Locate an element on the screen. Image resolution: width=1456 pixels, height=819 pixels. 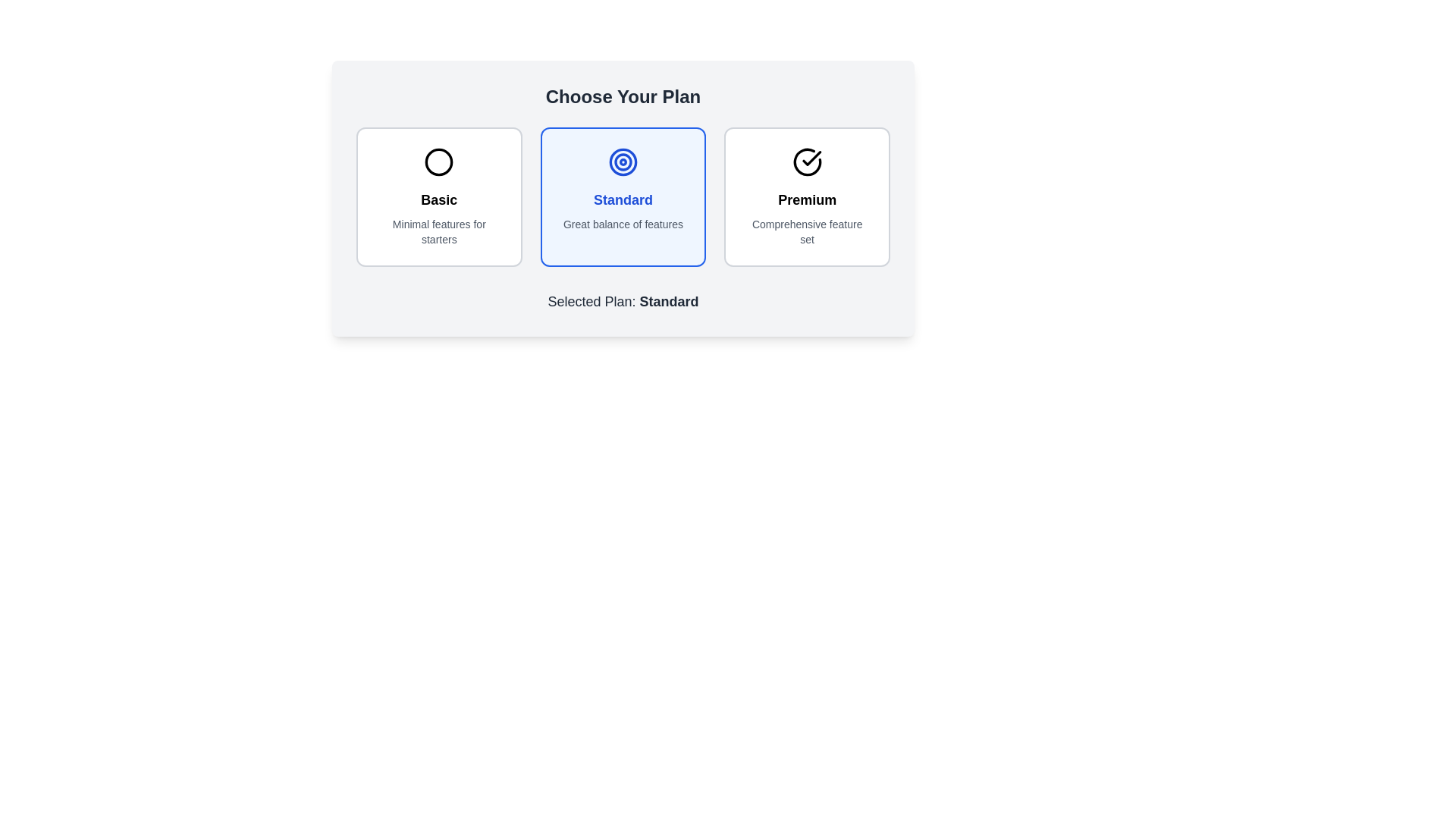
the central circle of the SVG icon representing the 'Basic' plan option, which is located above the text 'Basic' in the leftmost plan selection card under the 'Choose Your Plan' section is located at coordinates (438, 162).